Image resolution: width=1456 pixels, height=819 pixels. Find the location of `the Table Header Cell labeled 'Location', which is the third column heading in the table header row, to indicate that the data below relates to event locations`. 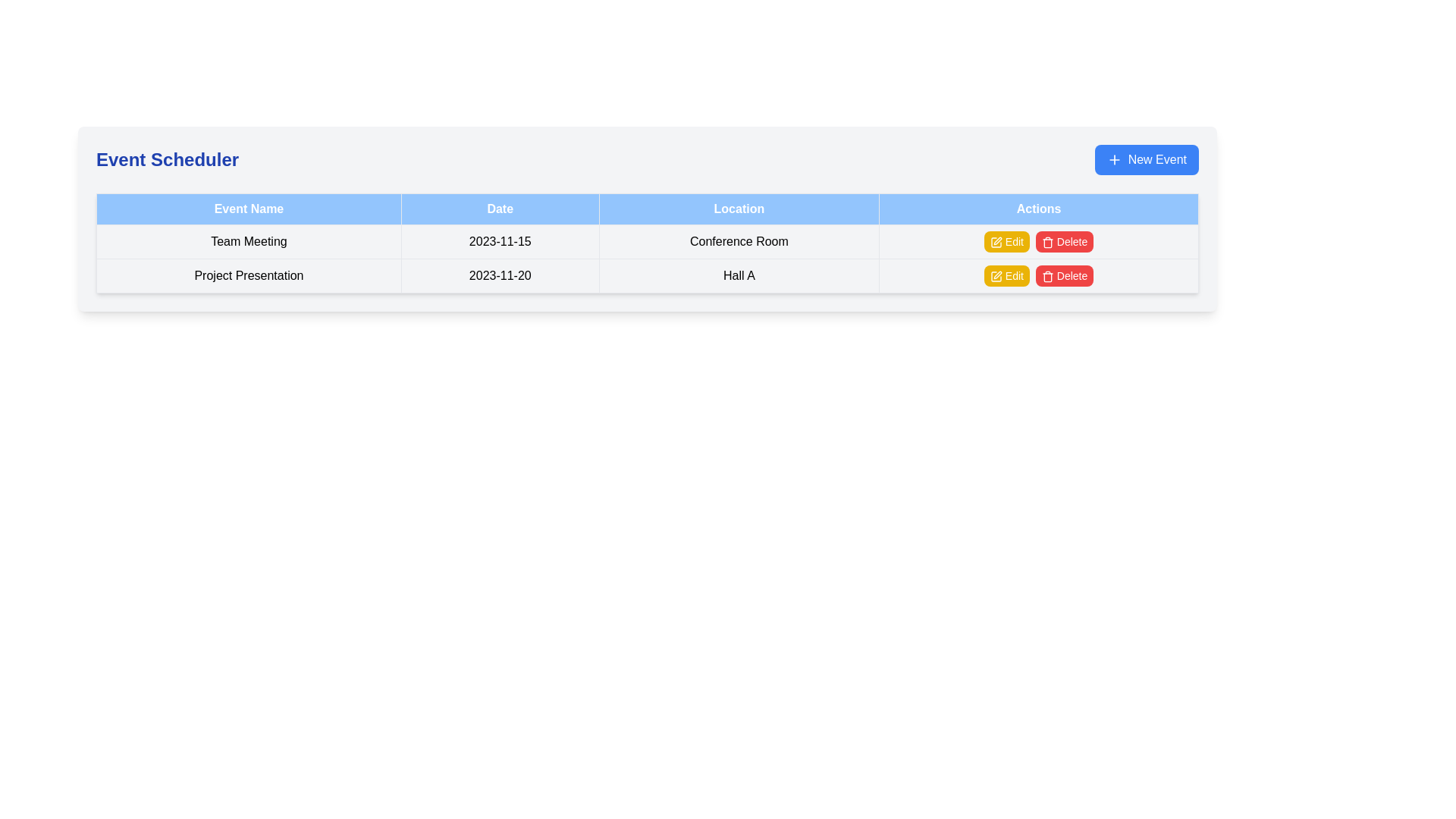

the Table Header Cell labeled 'Location', which is the third column heading in the table header row, to indicate that the data below relates to event locations is located at coordinates (739, 209).